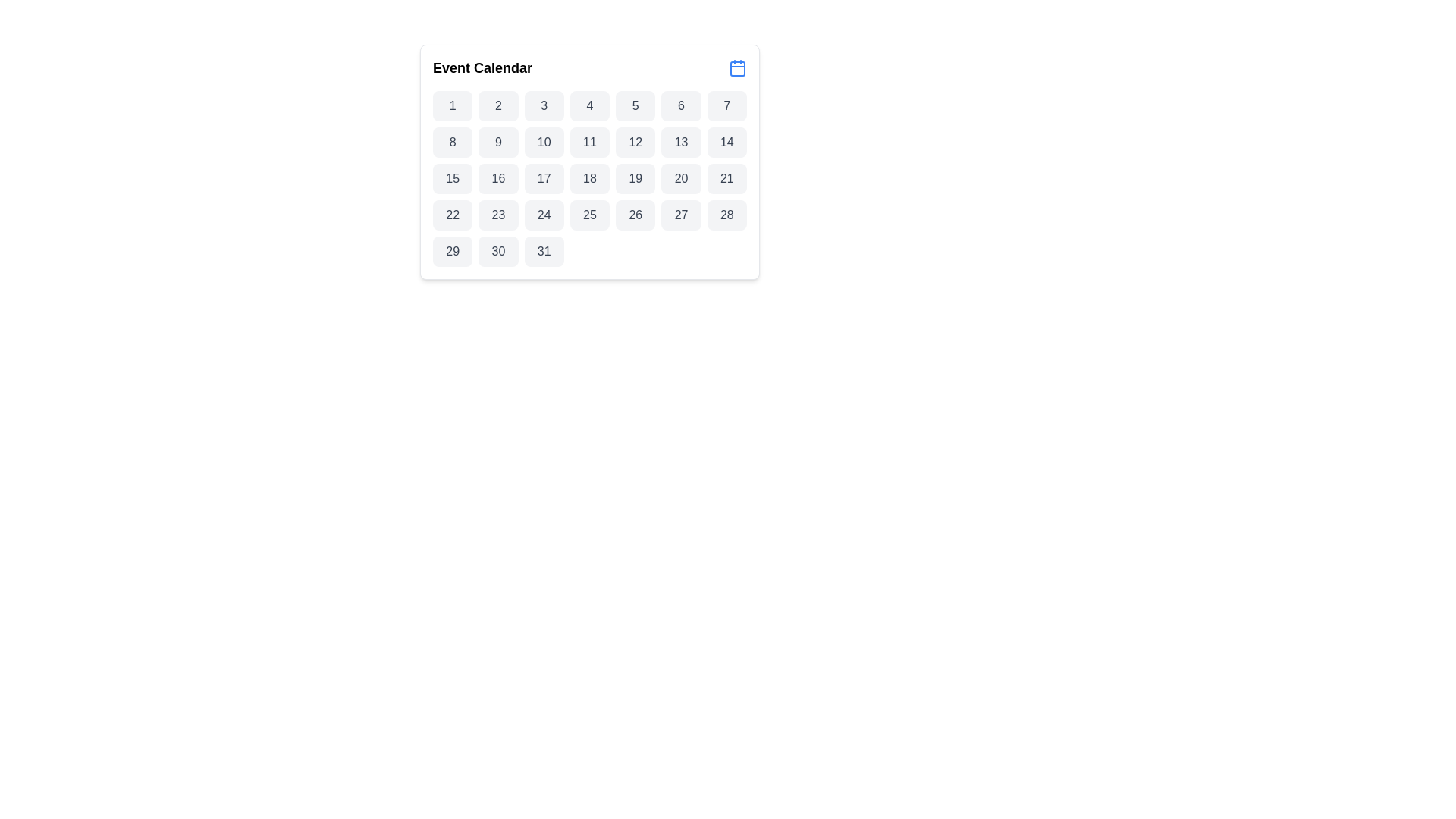 This screenshot has width=1456, height=819. I want to click on the button displaying the number '8' in a dark gray font, which has a light gray background and is positioned as the eighth tile in the grid layout of selectable dates, so click(451, 143).